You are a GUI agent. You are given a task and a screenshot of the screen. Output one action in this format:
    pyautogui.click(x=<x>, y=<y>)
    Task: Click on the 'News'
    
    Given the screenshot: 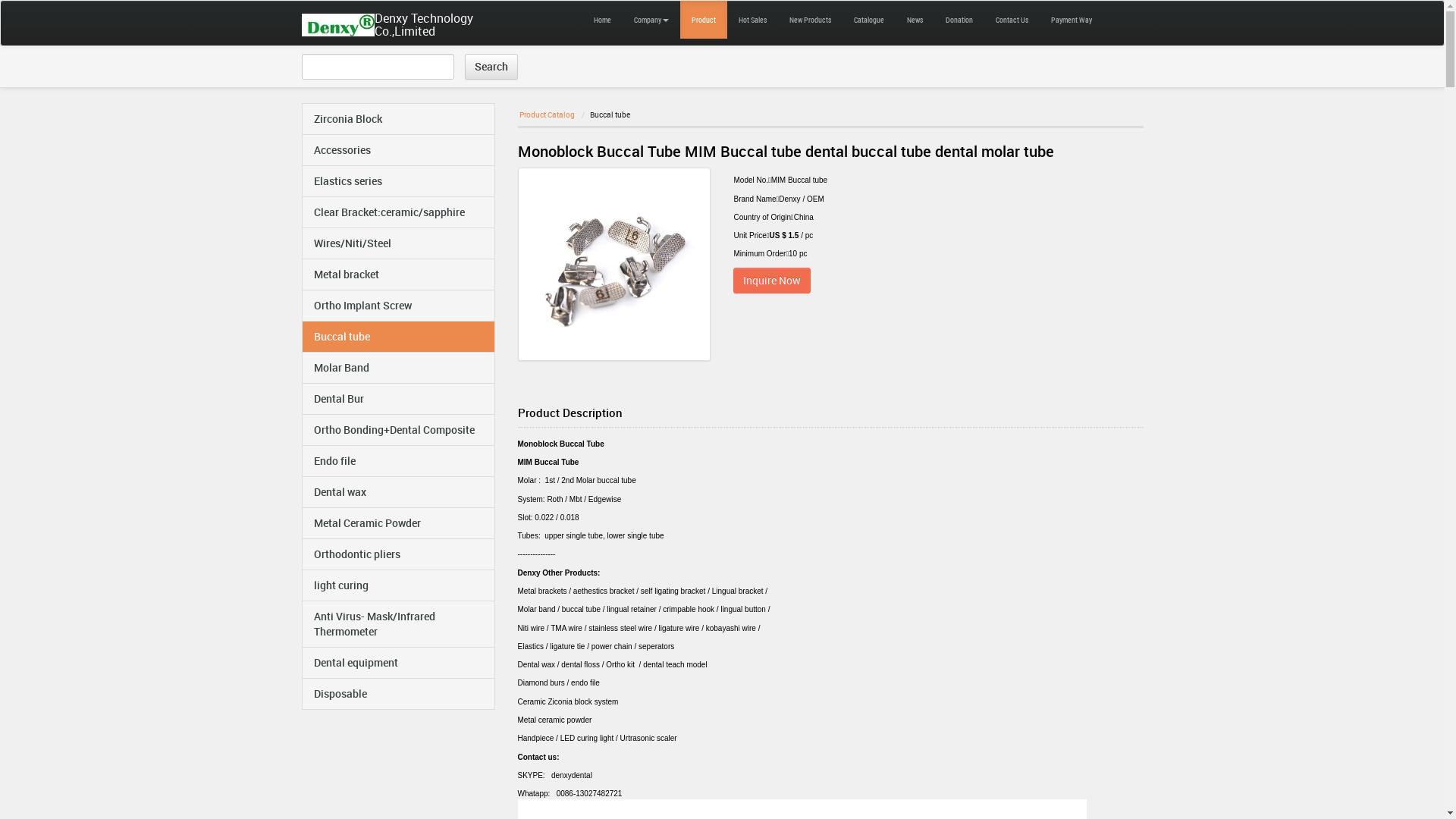 What is the action you would take?
    pyautogui.click(x=913, y=20)
    